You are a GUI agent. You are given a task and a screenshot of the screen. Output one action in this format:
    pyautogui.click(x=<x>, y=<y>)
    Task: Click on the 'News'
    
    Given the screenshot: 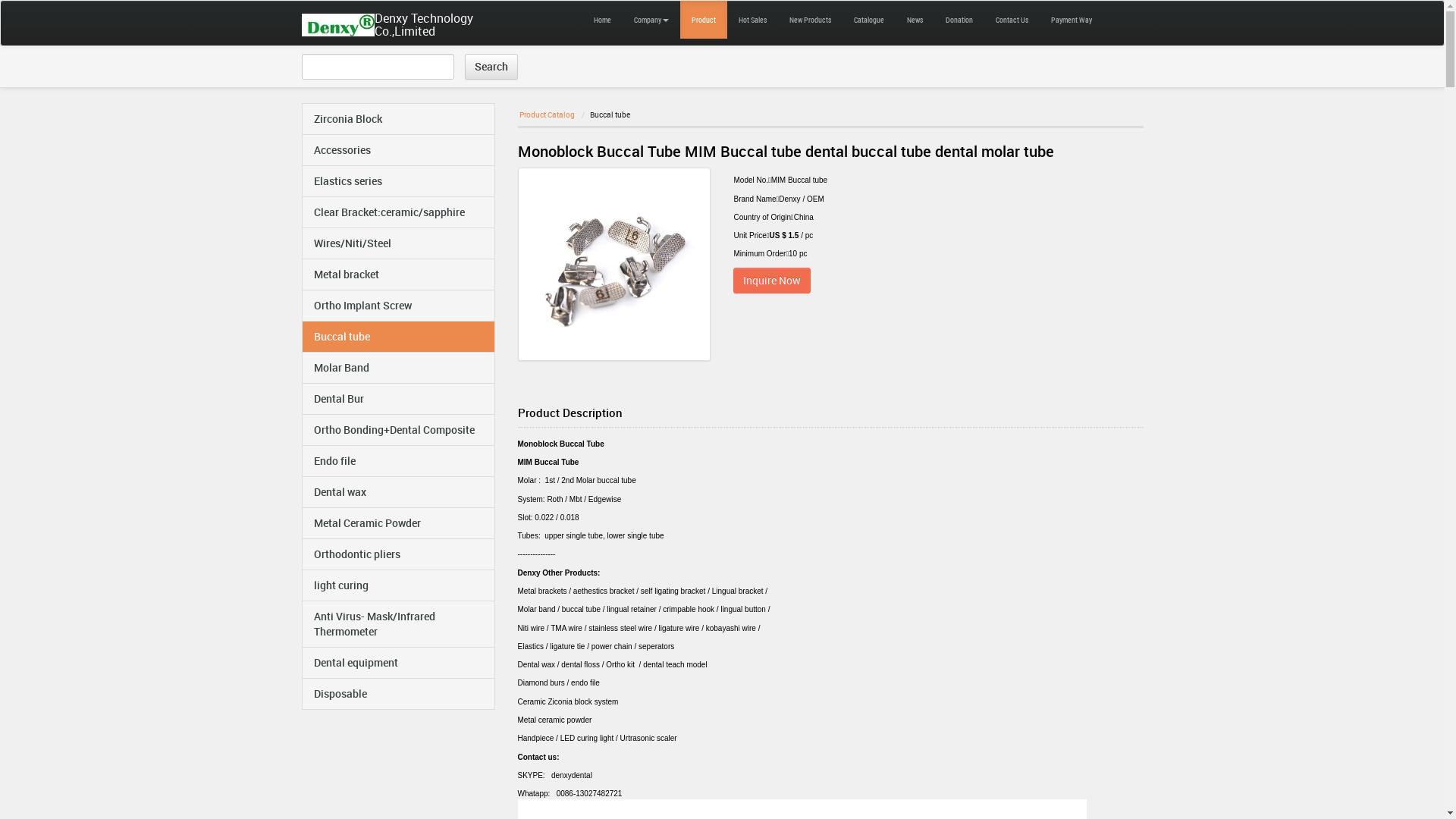 What is the action you would take?
    pyautogui.click(x=913, y=20)
    